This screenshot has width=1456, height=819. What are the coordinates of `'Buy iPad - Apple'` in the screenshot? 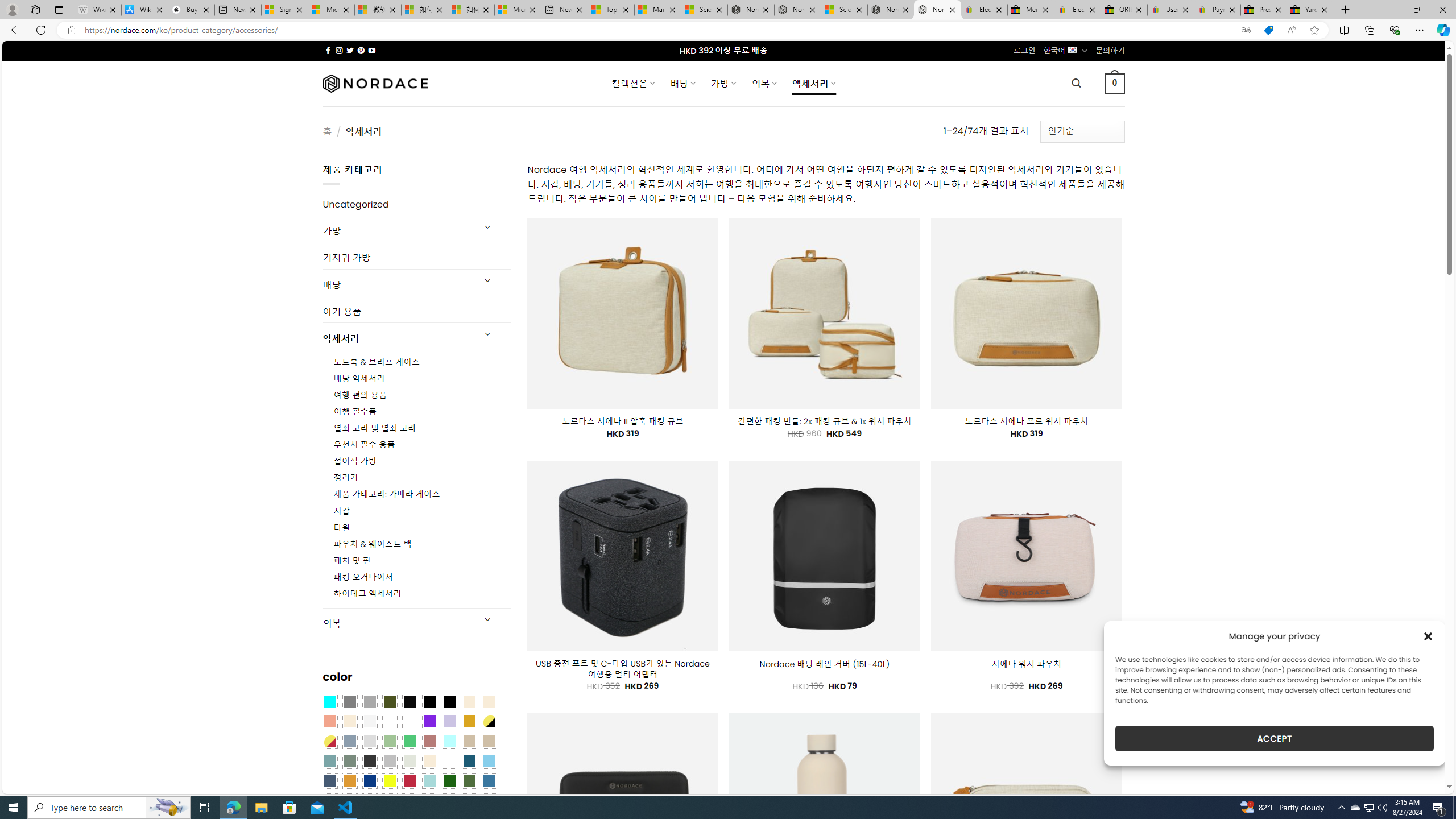 It's located at (191, 9).